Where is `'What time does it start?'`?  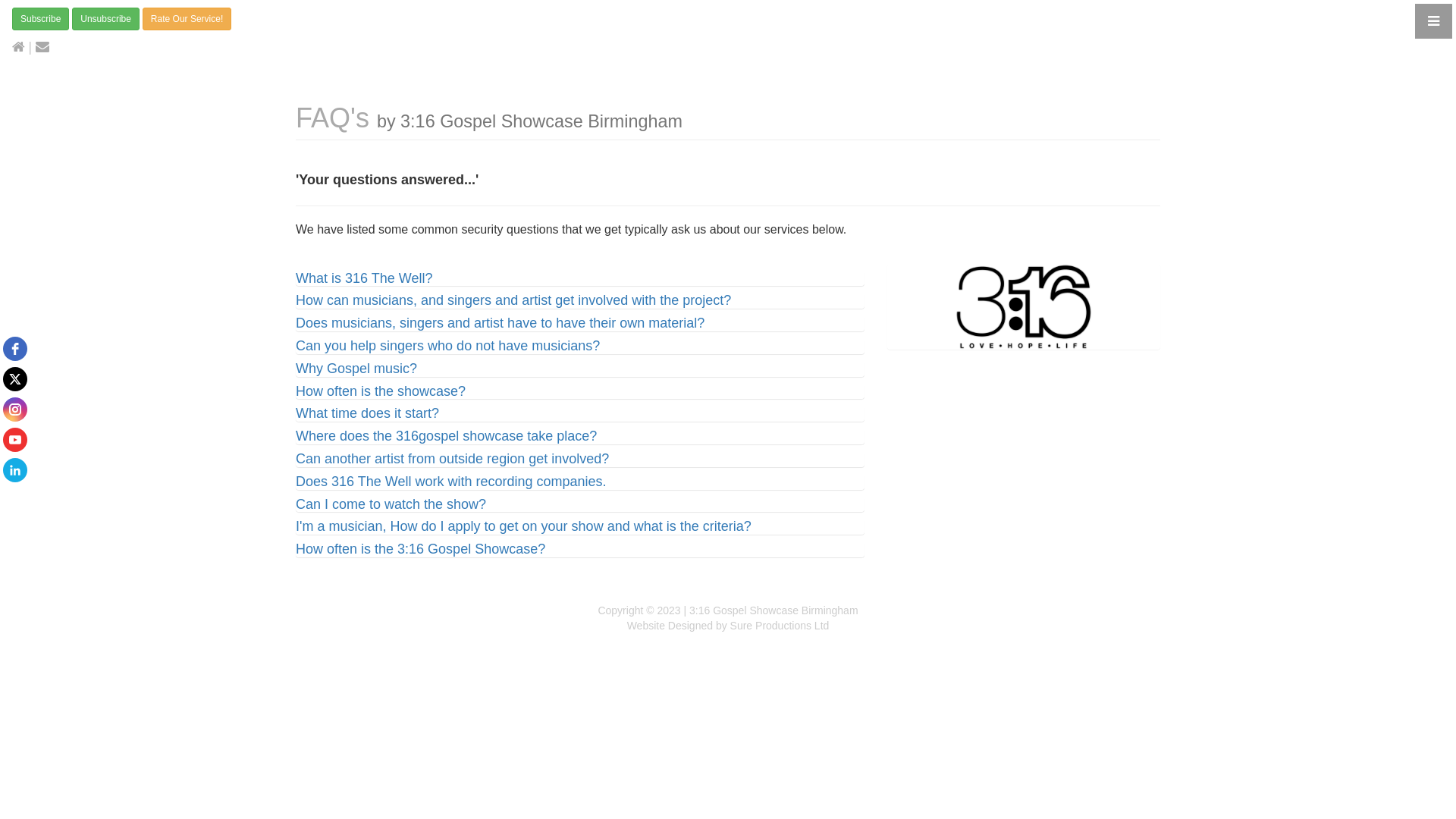
'What time does it start?' is located at coordinates (367, 413).